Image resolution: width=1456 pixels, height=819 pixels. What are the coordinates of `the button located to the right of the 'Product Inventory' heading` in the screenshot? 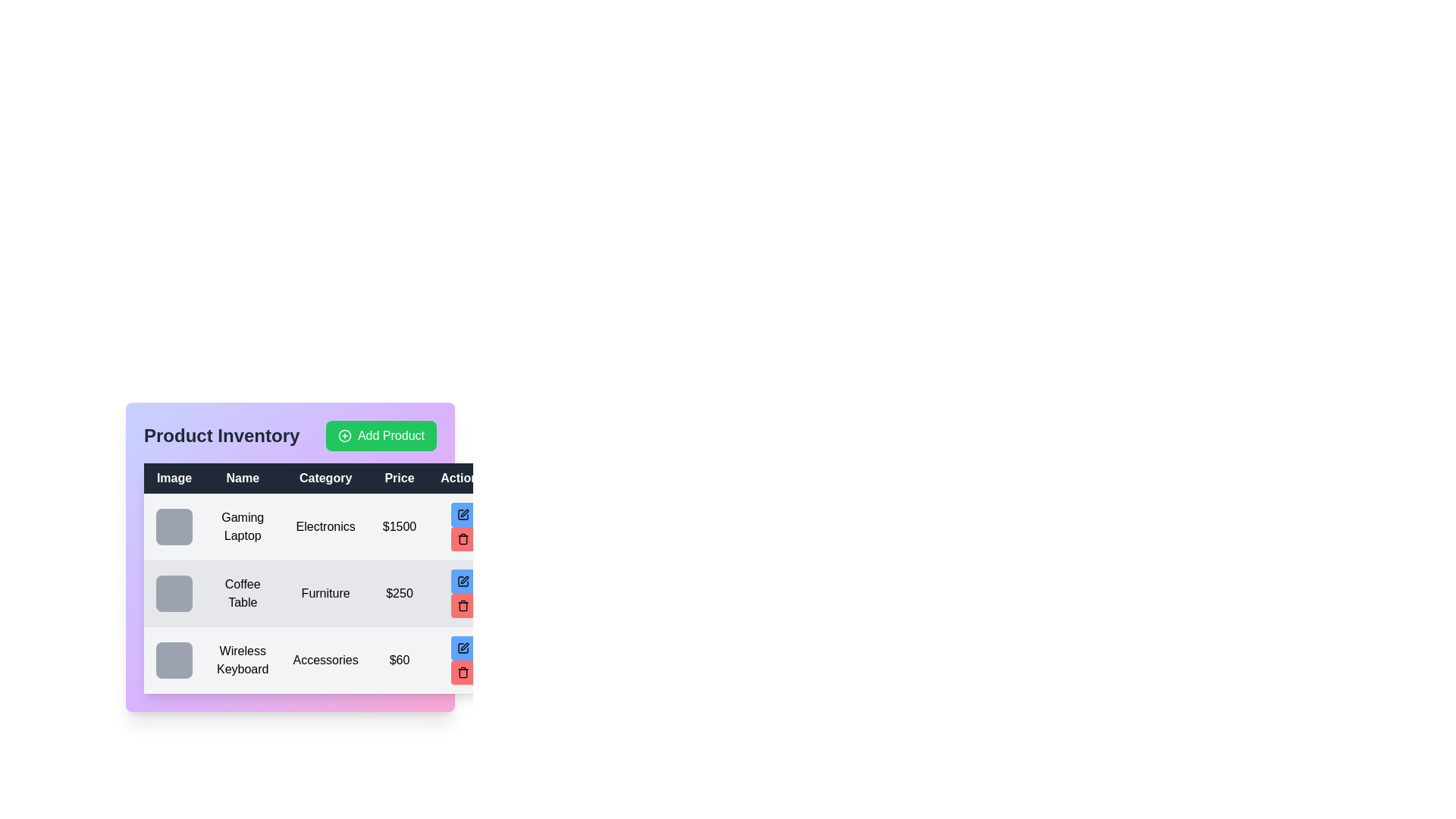 It's located at (381, 435).